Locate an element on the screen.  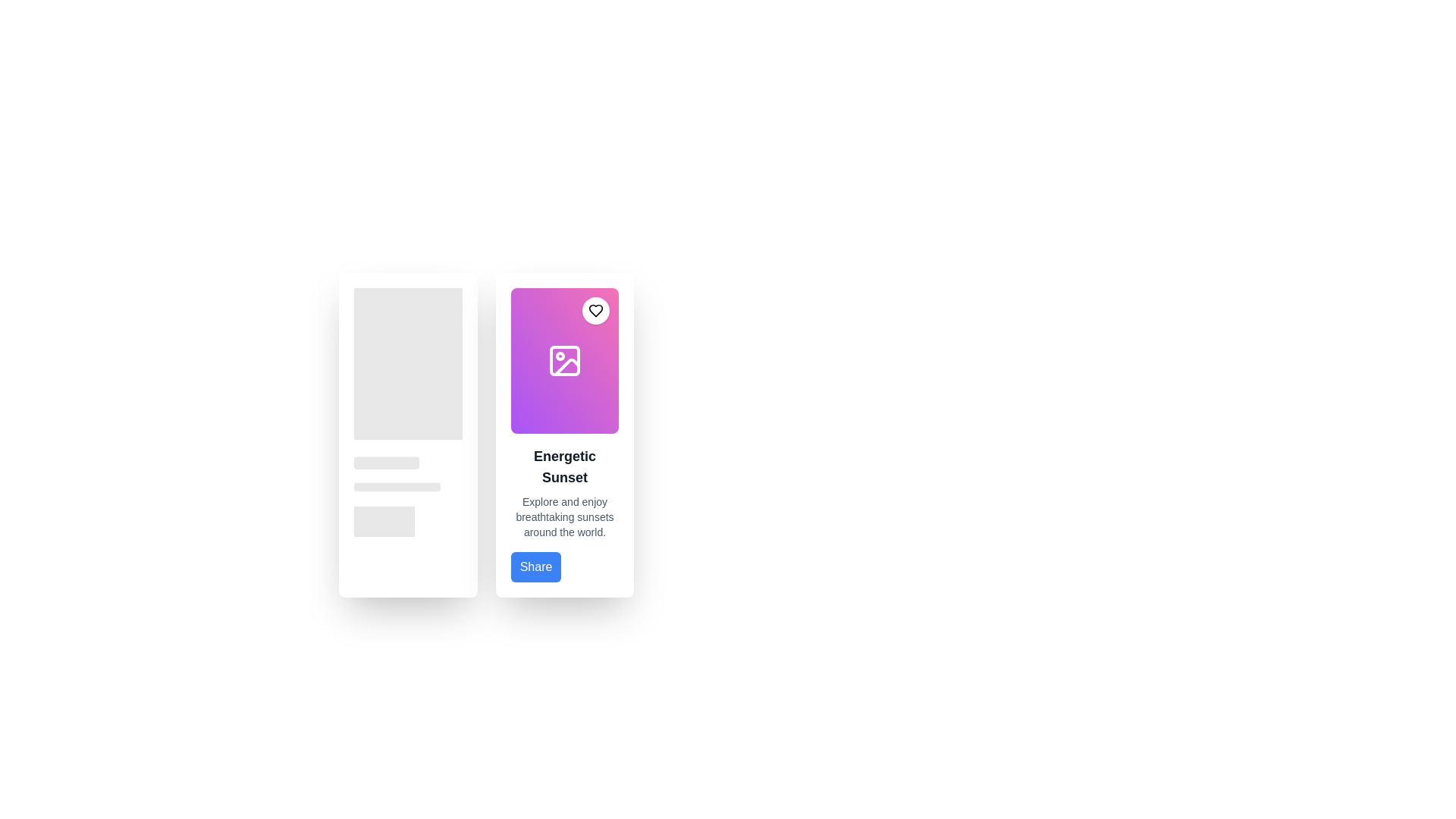
the 'Share' button with a blue background and white text, located at the bottom of the card describing 'Energetic Sunset' is located at coordinates (535, 567).